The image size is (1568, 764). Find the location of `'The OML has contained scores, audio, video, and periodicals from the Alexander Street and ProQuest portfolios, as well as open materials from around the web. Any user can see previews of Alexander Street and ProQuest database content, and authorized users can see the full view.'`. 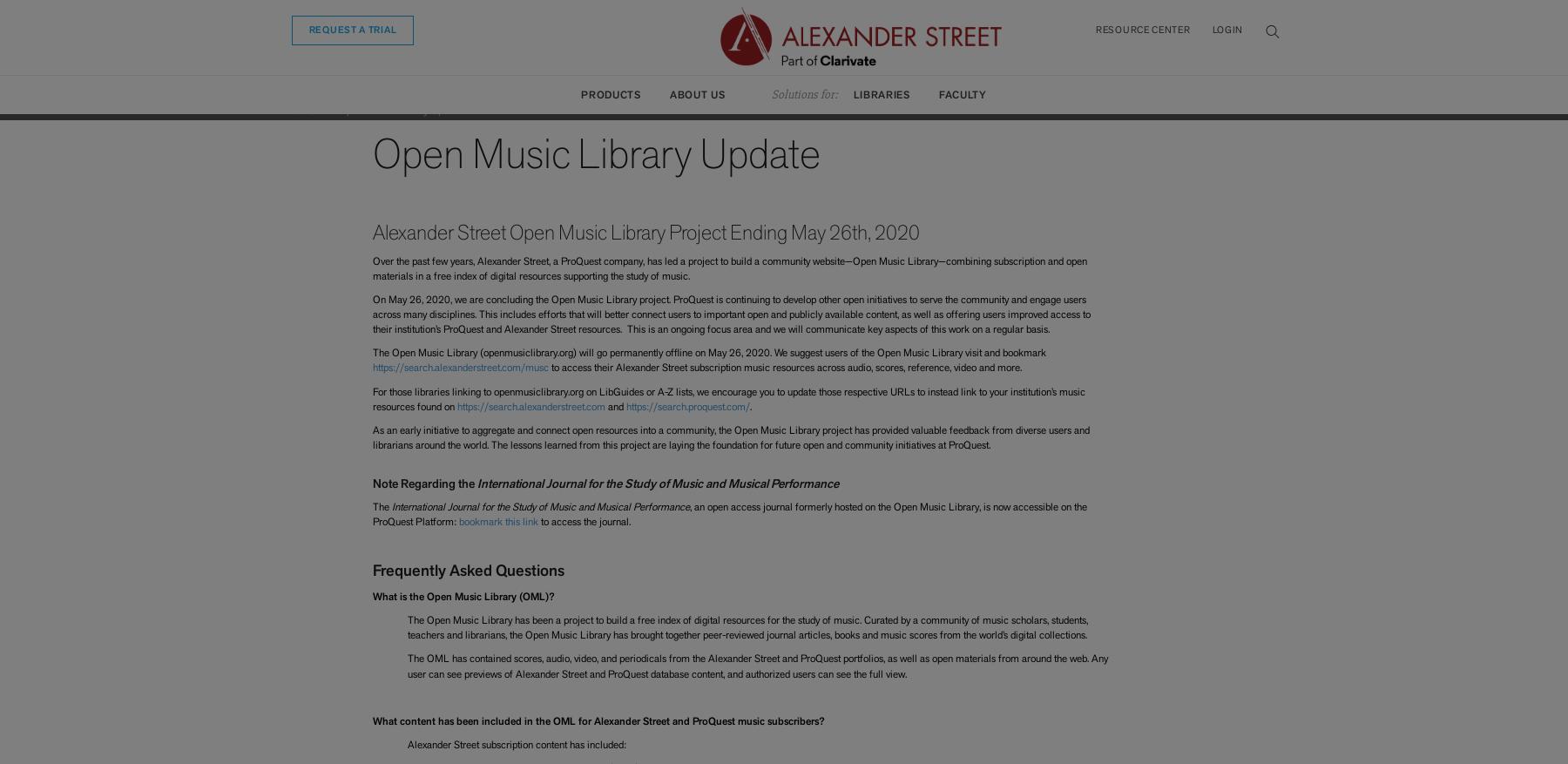

'The OML has contained scores, audio, video, and periodicals from the Alexander Street and ProQuest portfolios, as well as open materials from around the web. Any user can see previews of Alexander Street and ProQuest database content, and authorized users can see the full view.' is located at coordinates (757, 666).